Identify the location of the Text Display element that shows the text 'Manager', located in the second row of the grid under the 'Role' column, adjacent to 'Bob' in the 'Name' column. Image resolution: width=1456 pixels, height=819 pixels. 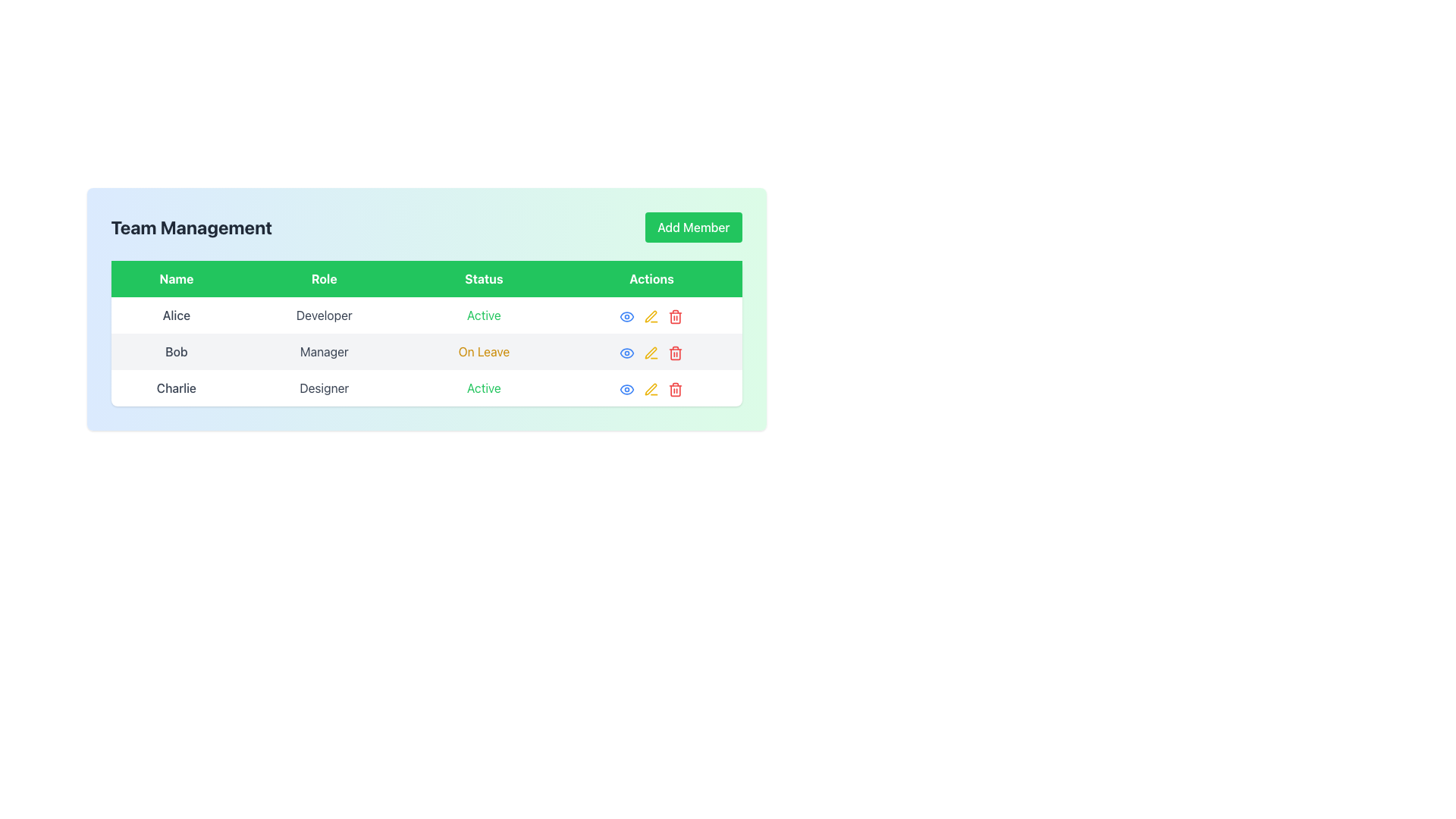
(323, 351).